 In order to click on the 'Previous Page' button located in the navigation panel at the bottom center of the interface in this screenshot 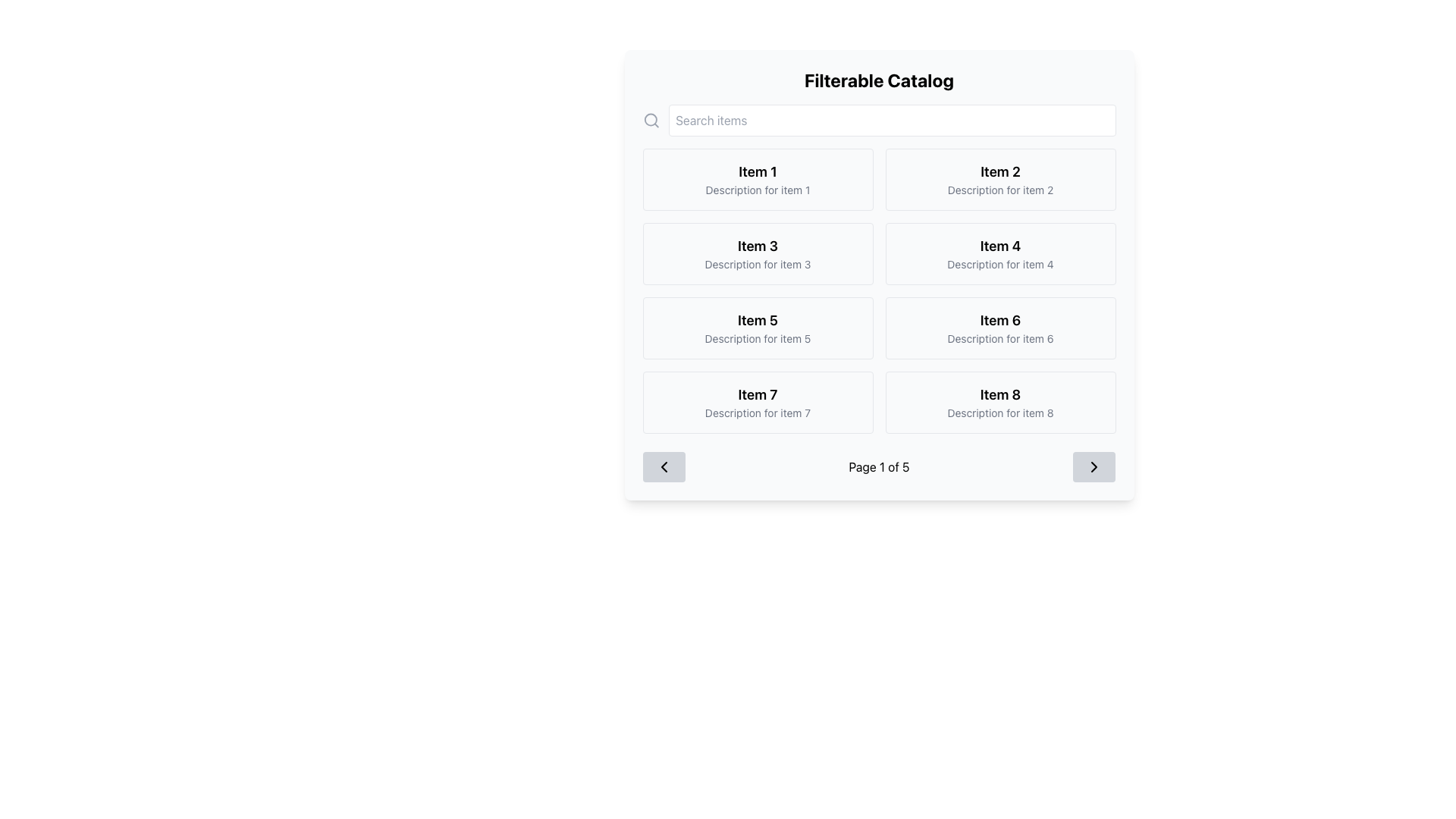, I will do `click(664, 466)`.